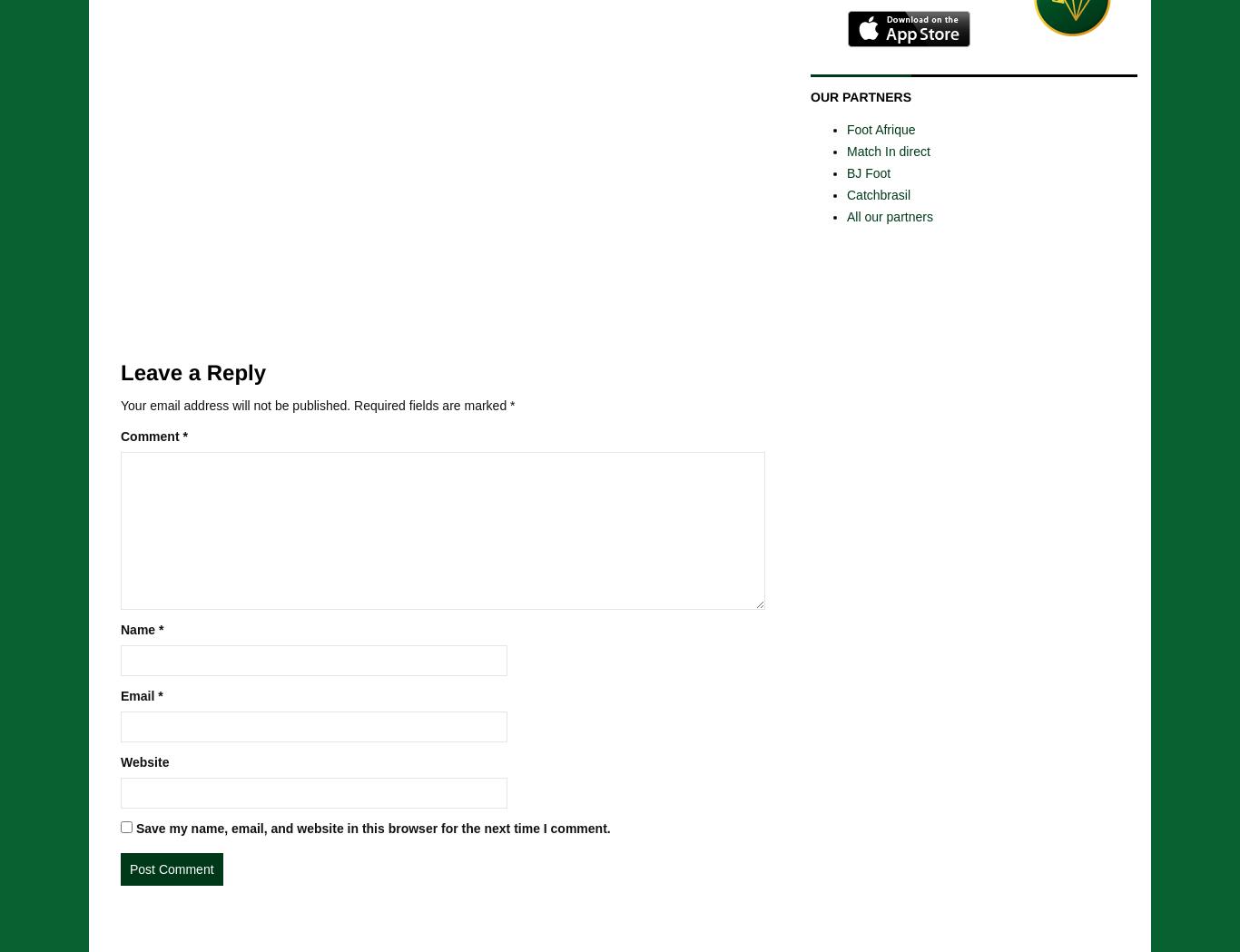  Describe the element at coordinates (120, 628) in the screenshot. I see `'Name'` at that location.